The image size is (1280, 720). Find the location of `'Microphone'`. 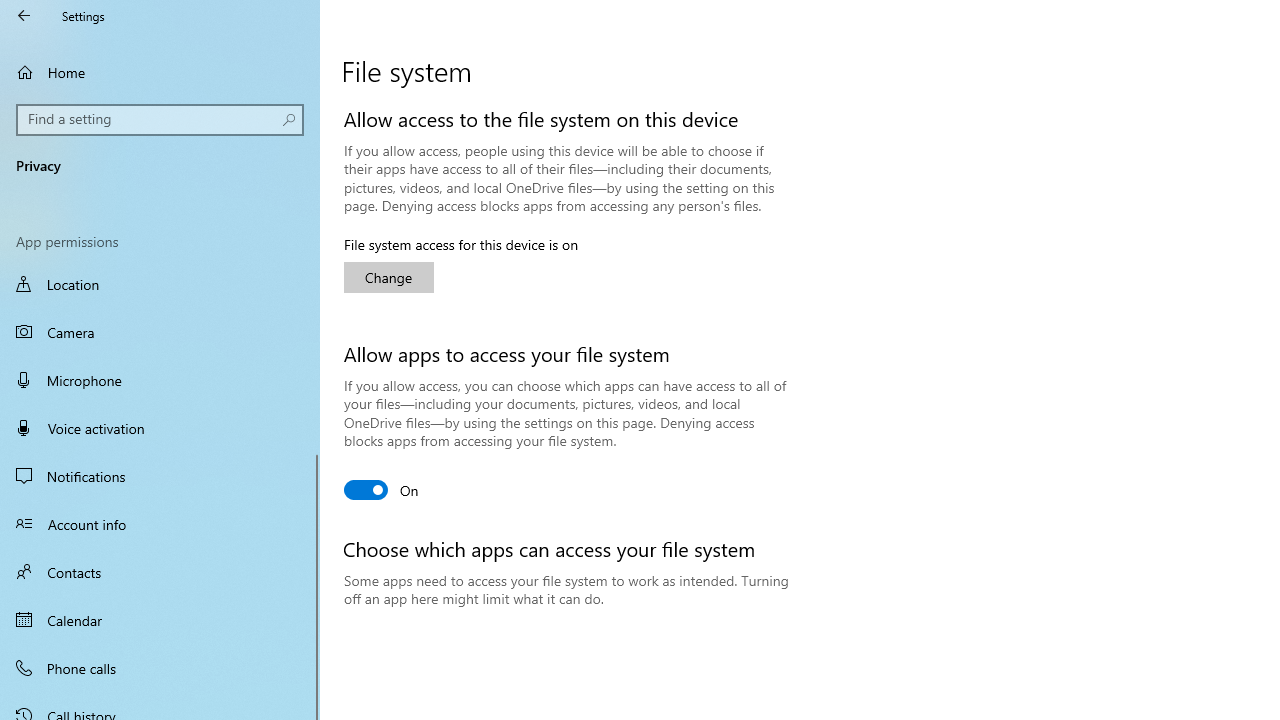

'Microphone' is located at coordinates (160, 379).